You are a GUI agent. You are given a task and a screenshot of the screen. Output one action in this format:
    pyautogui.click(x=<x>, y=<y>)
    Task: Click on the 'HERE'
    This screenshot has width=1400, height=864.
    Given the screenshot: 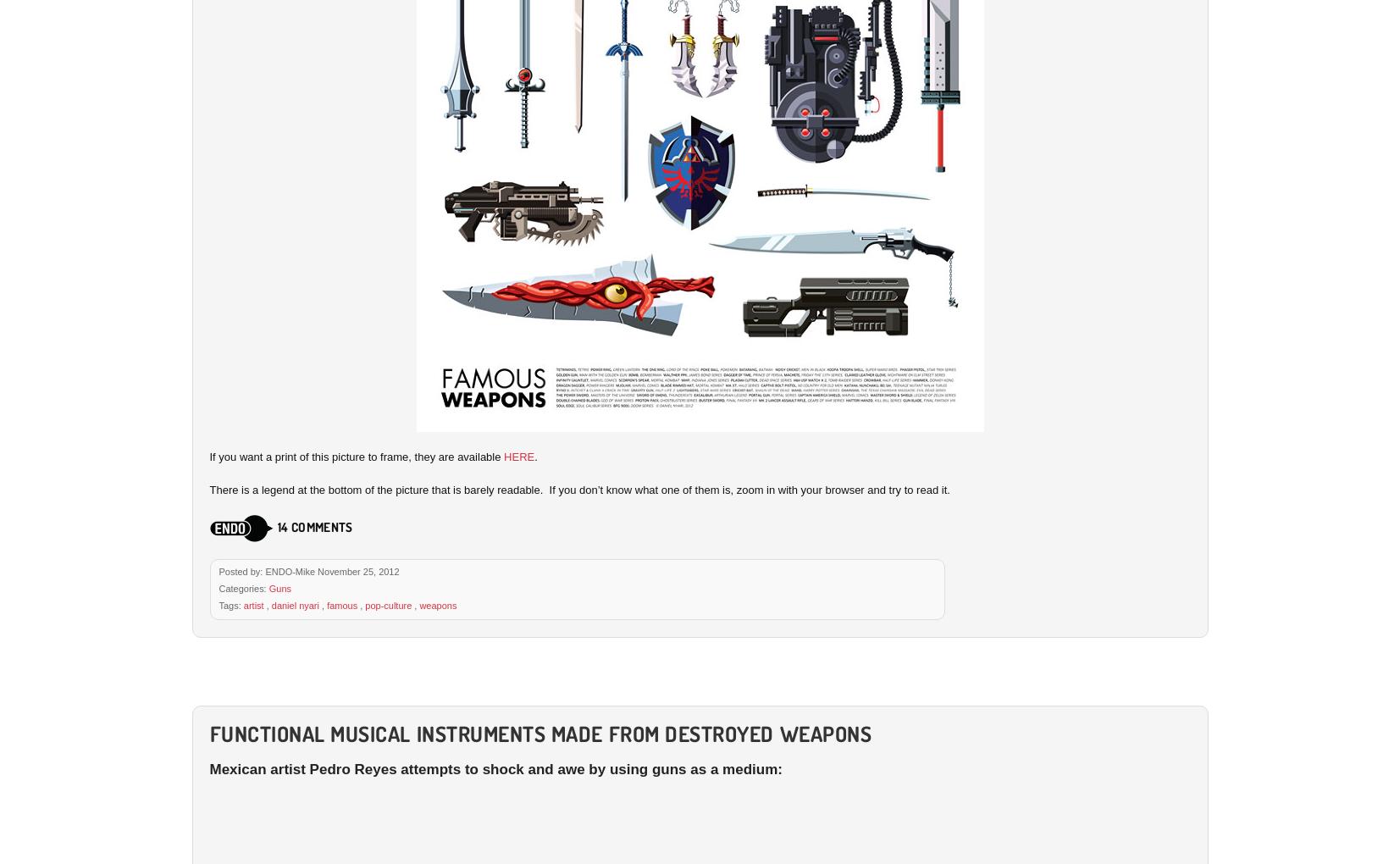 What is the action you would take?
    pyautogui.click(x=517, y=455)
    